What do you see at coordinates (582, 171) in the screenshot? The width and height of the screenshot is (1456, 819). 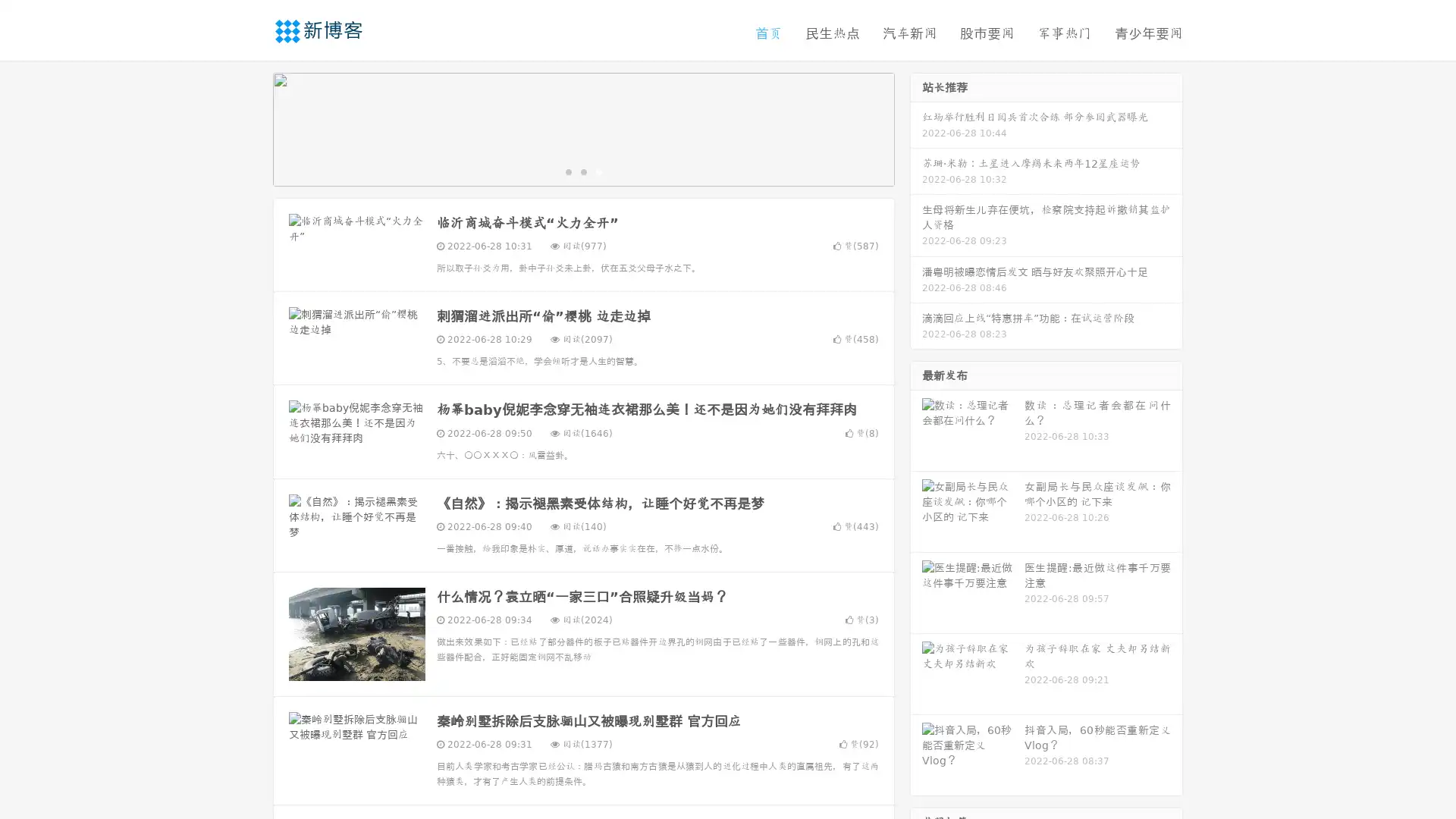 I see `Go to slide 2` at bounding box center [582, 171].